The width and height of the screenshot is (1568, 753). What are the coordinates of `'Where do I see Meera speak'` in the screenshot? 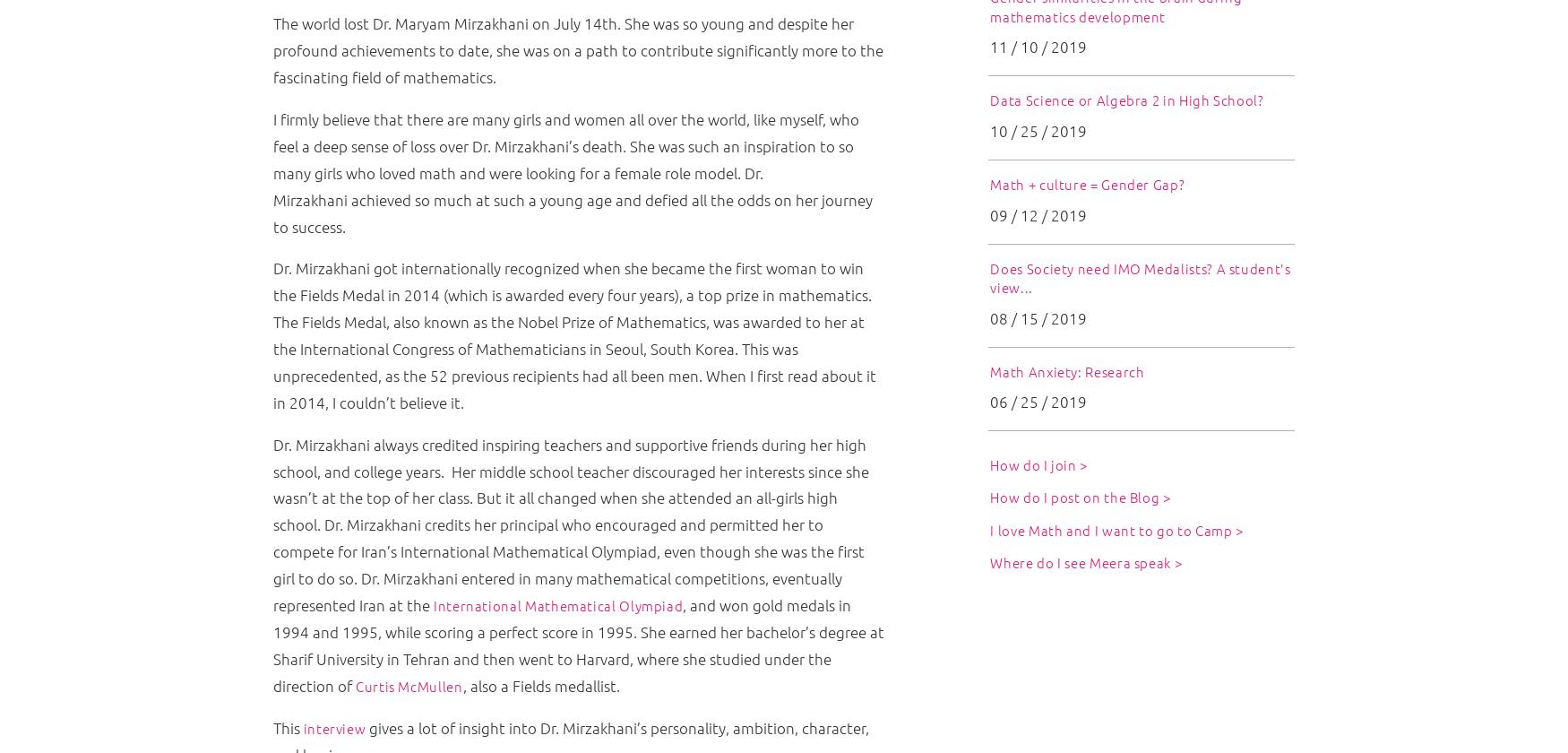 It's located at (1080, 562).